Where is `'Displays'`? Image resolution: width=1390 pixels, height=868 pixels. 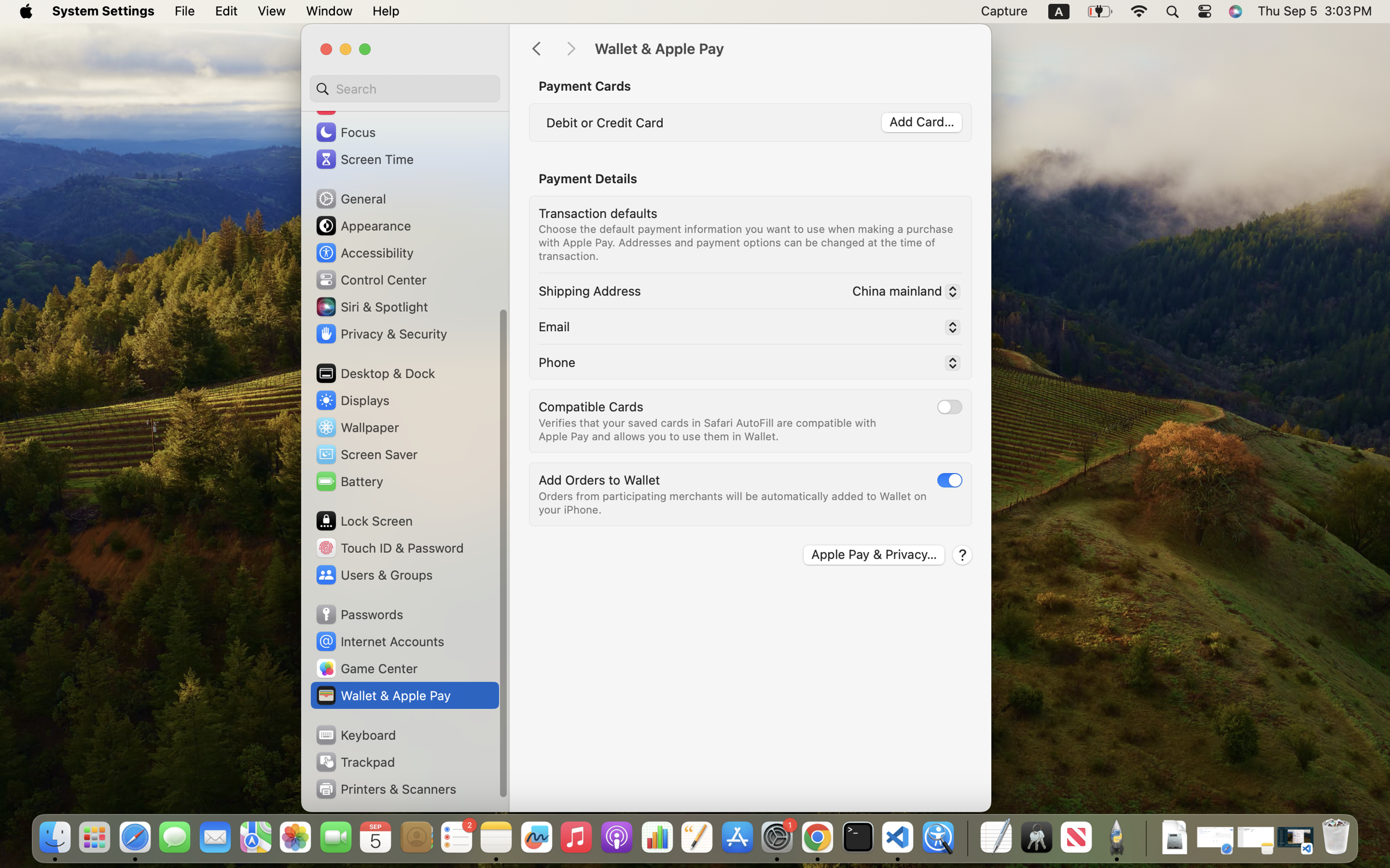
'Displays' is located at coordinates (352, 400).